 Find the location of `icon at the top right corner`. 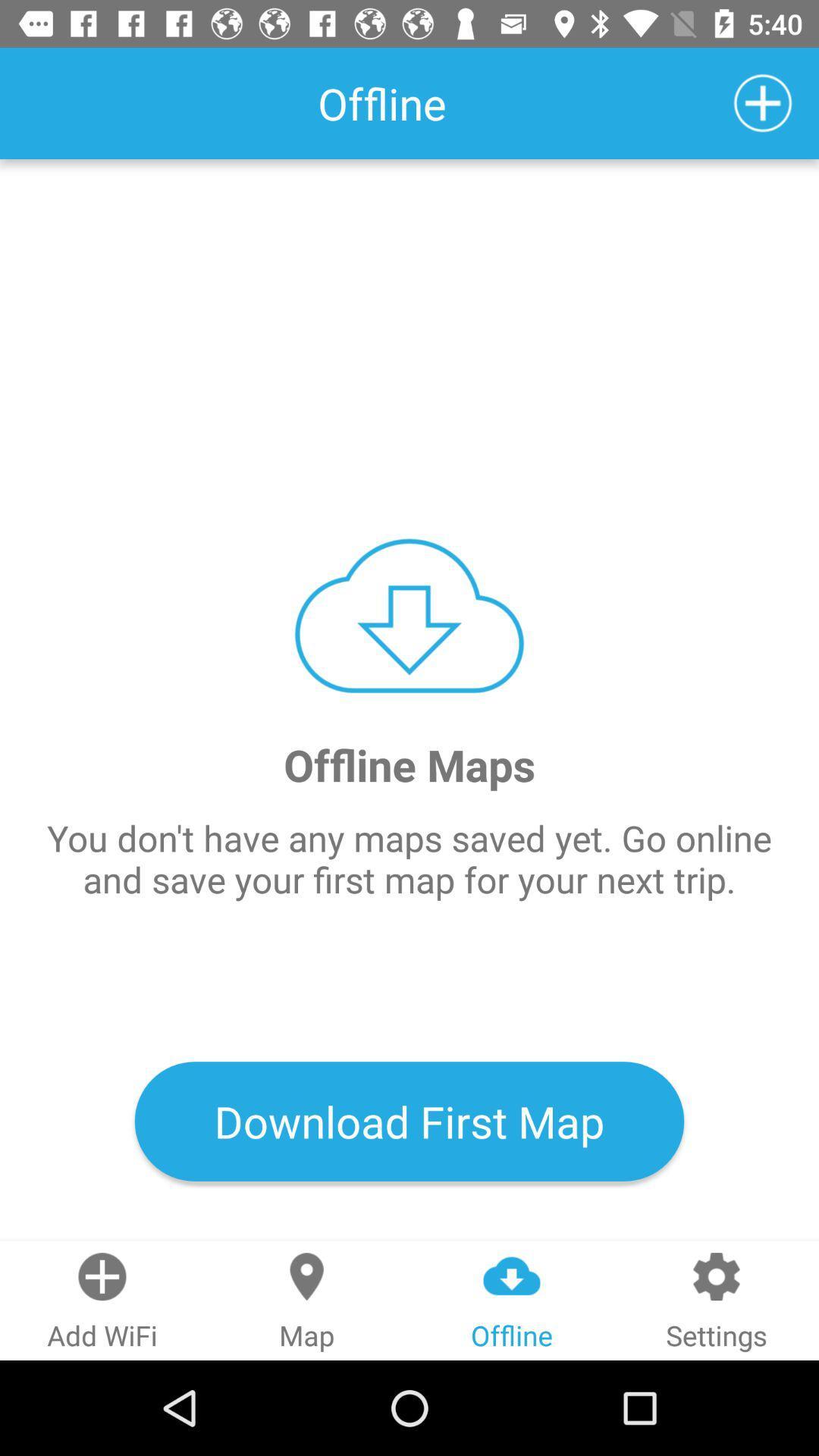

icon at the top right corner is located at coordinates (763, 102).